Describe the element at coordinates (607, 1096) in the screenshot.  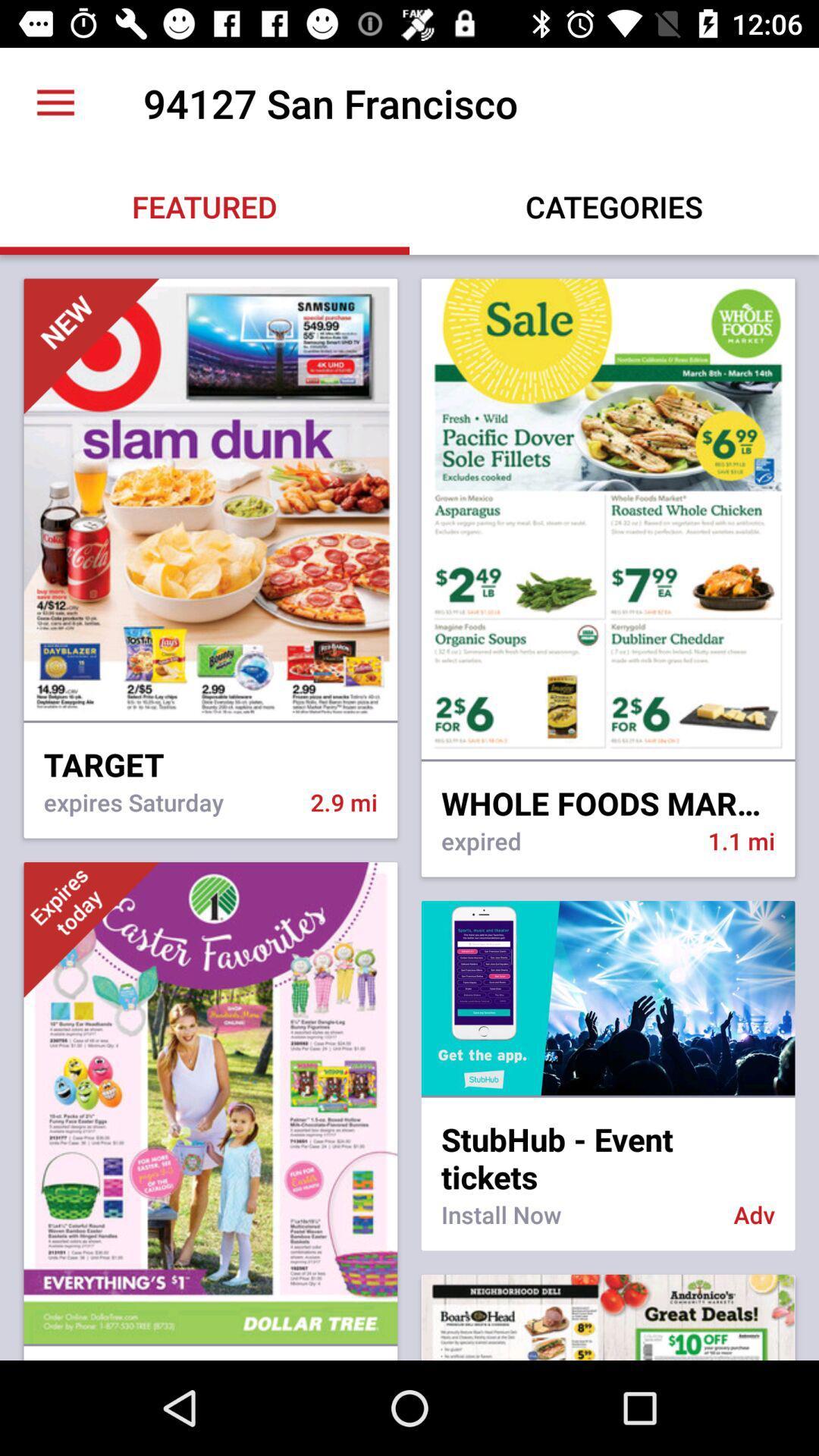
I see `item above the stubhub - event tickets icon` at that location.